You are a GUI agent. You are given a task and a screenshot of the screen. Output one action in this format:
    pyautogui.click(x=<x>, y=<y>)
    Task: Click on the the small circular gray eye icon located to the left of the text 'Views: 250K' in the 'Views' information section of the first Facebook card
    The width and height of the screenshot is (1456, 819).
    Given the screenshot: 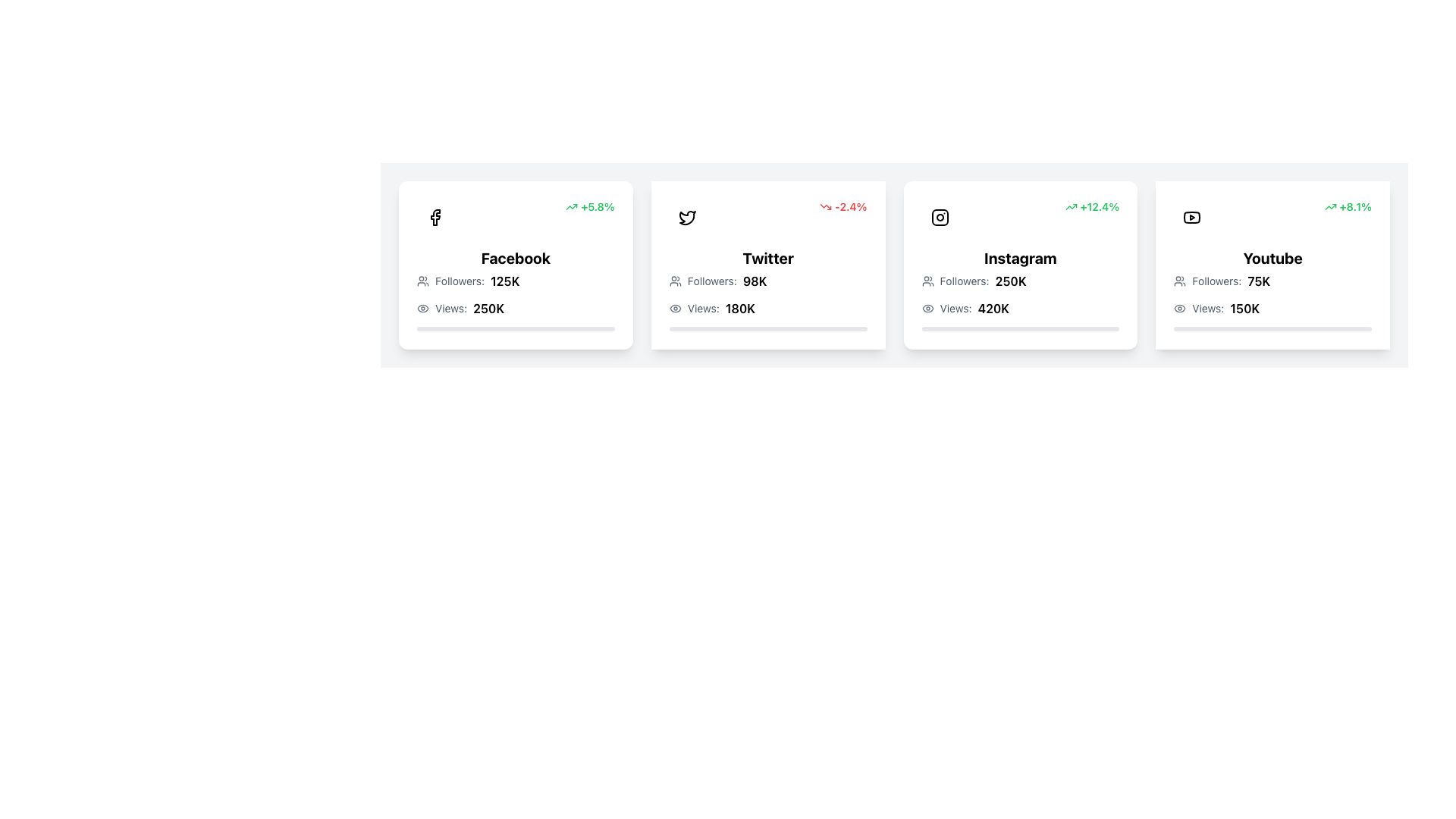 What is the action you would take?
    pyautogui.click(x=422, y=308)
    